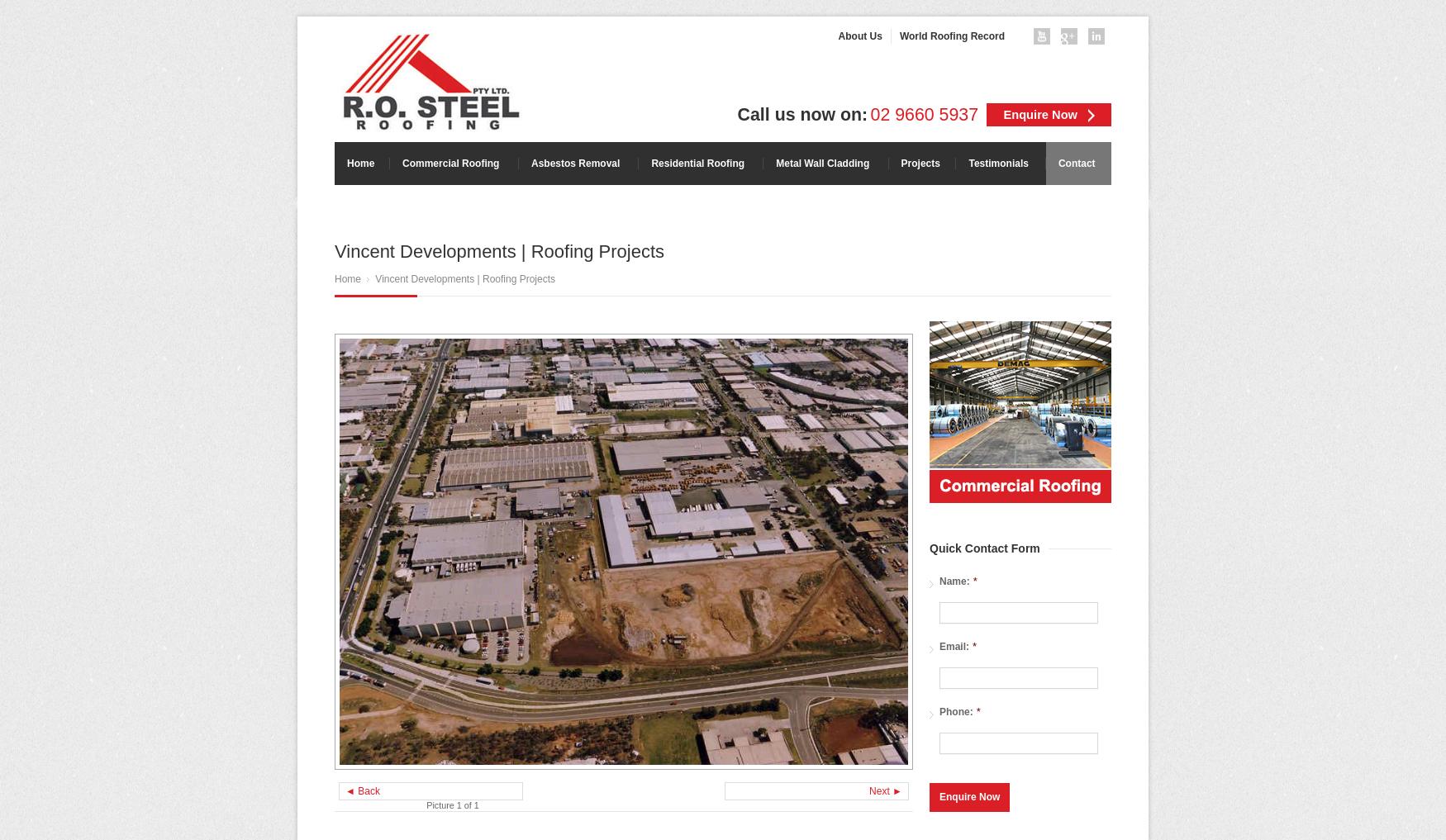 This screenshot has width=1446, height=840. What do you see at coordinates (868, 790) in the screenshot?
I see `'Next                    ►'` at bounding box center [868, 790].